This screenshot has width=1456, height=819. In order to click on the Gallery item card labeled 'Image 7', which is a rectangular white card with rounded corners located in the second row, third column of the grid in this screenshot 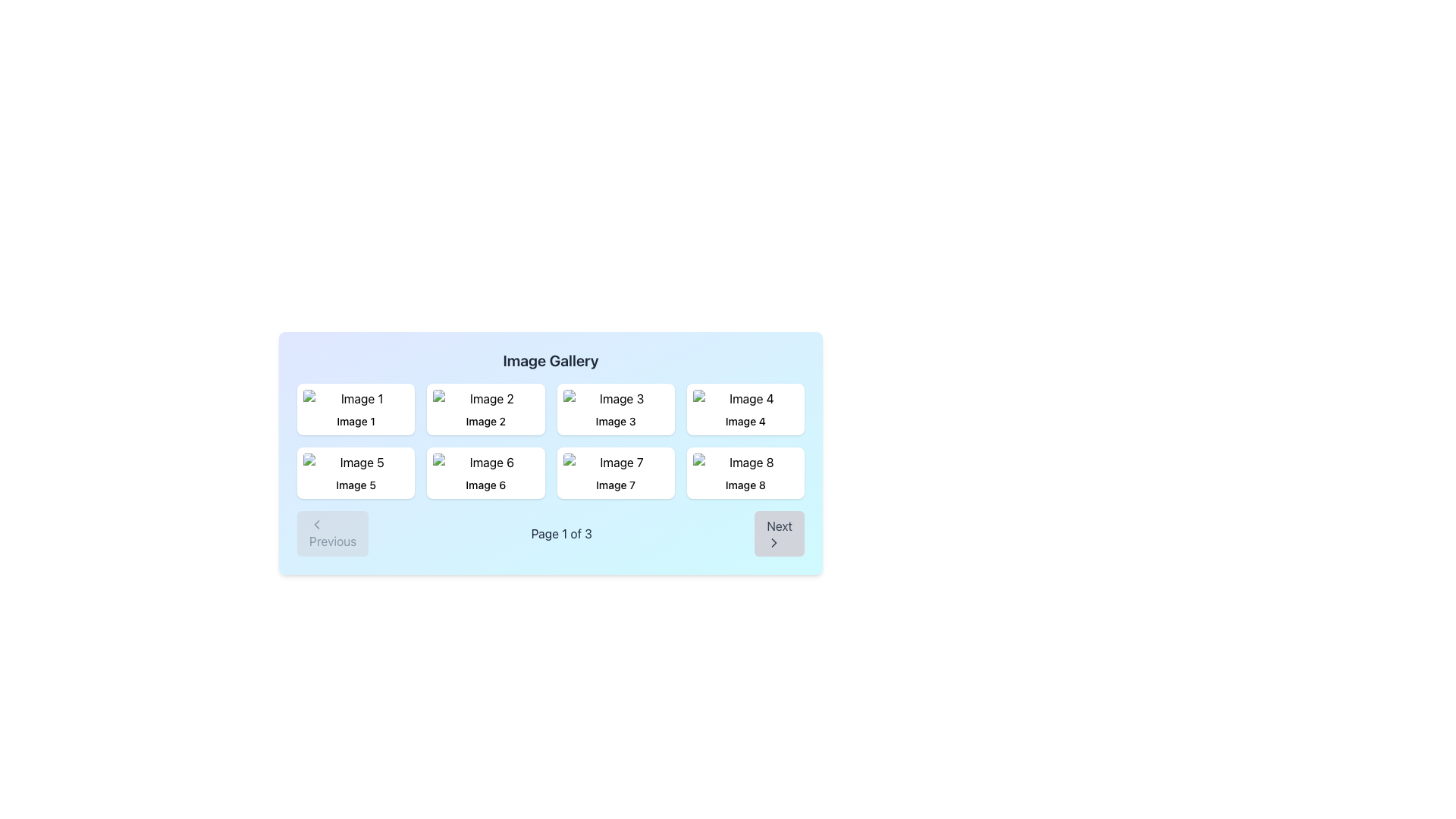, I will do `click(616, 472)`.